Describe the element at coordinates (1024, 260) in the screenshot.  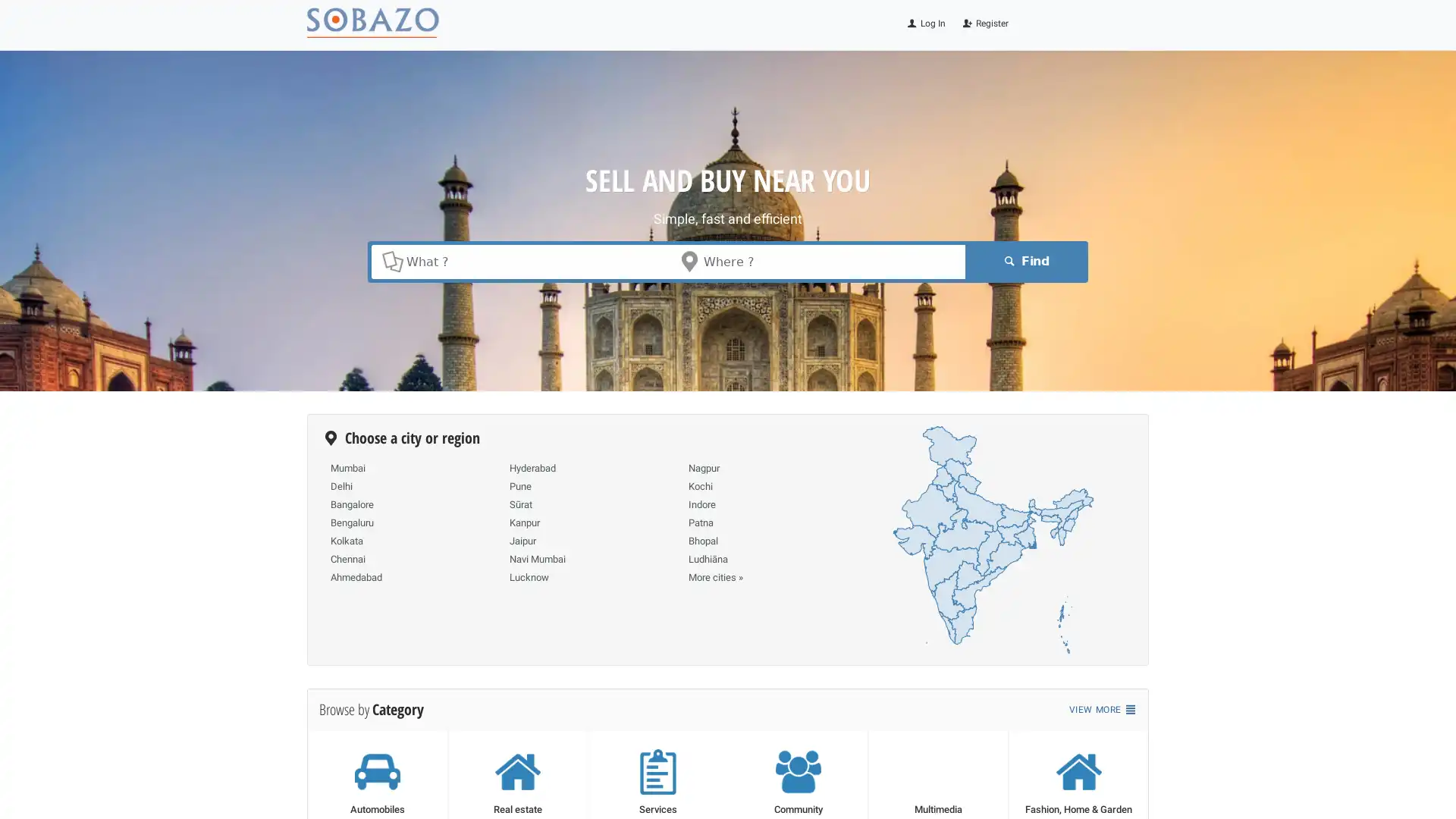
I see `Find` at that location.